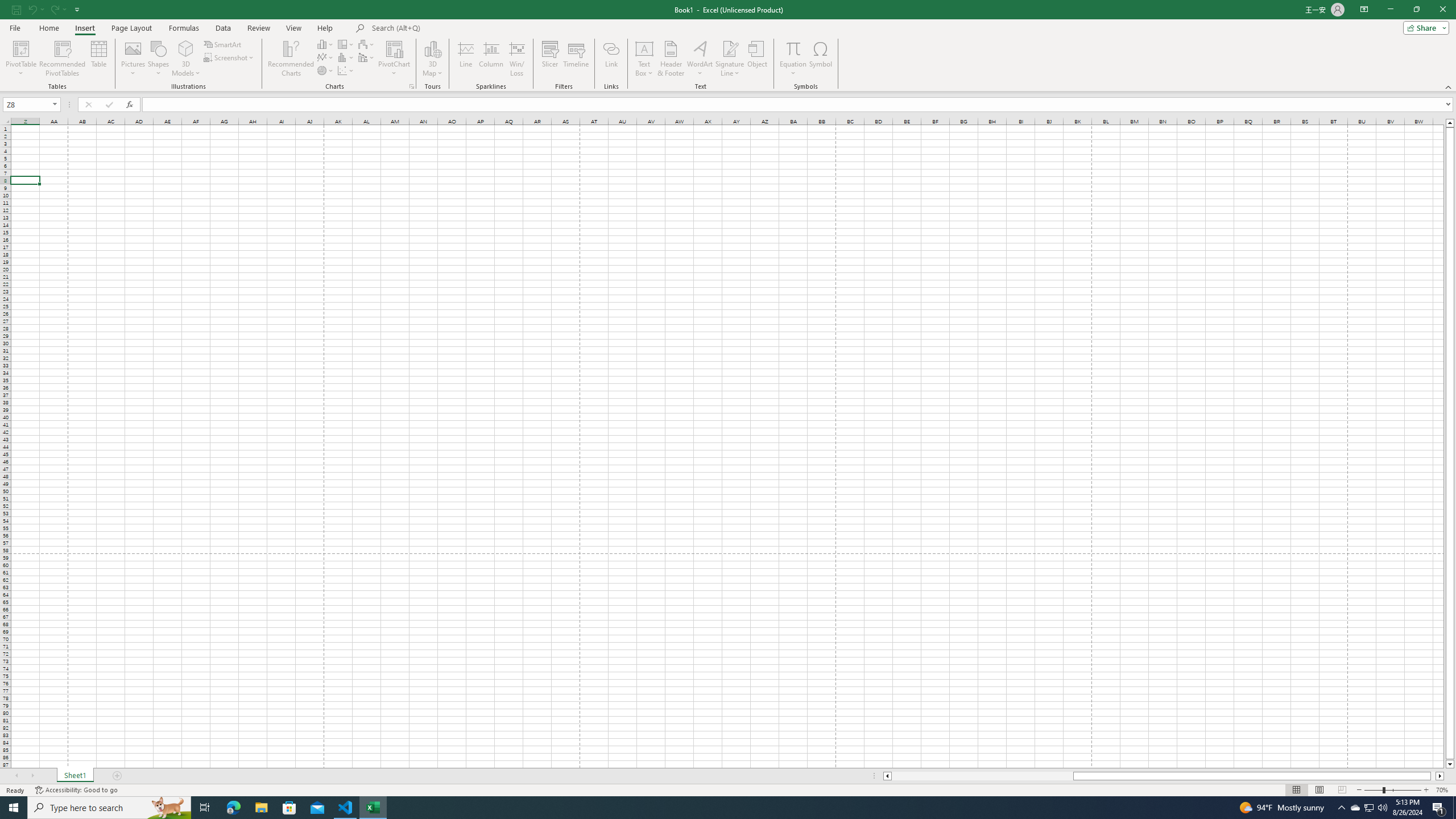 This screenshot has width=1456, height=819. Describe the element at coordinates (366, 44) in the screenshot. I see `'Insert Waterfall, Funnel, Stock, Surface, or Radar Chart'` at that location.